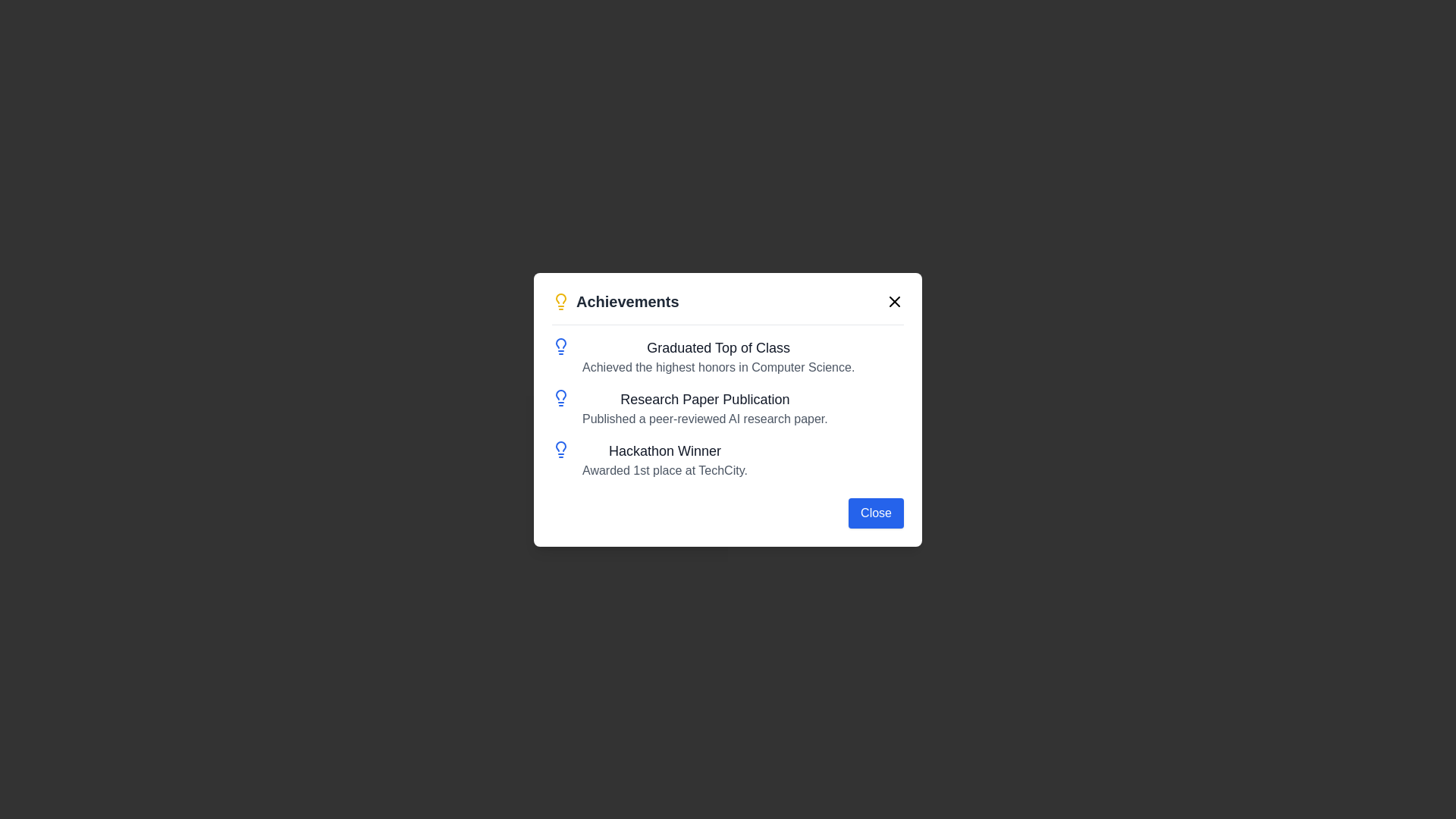 This screenshot has width=1456, height=819. Describe the element at coordinates (615, 301) in the screenshot. I see `the 'Achievements' header element, which includes a bold text and a lightbulb icon, located at the top-left corner of the modal window` at that location.